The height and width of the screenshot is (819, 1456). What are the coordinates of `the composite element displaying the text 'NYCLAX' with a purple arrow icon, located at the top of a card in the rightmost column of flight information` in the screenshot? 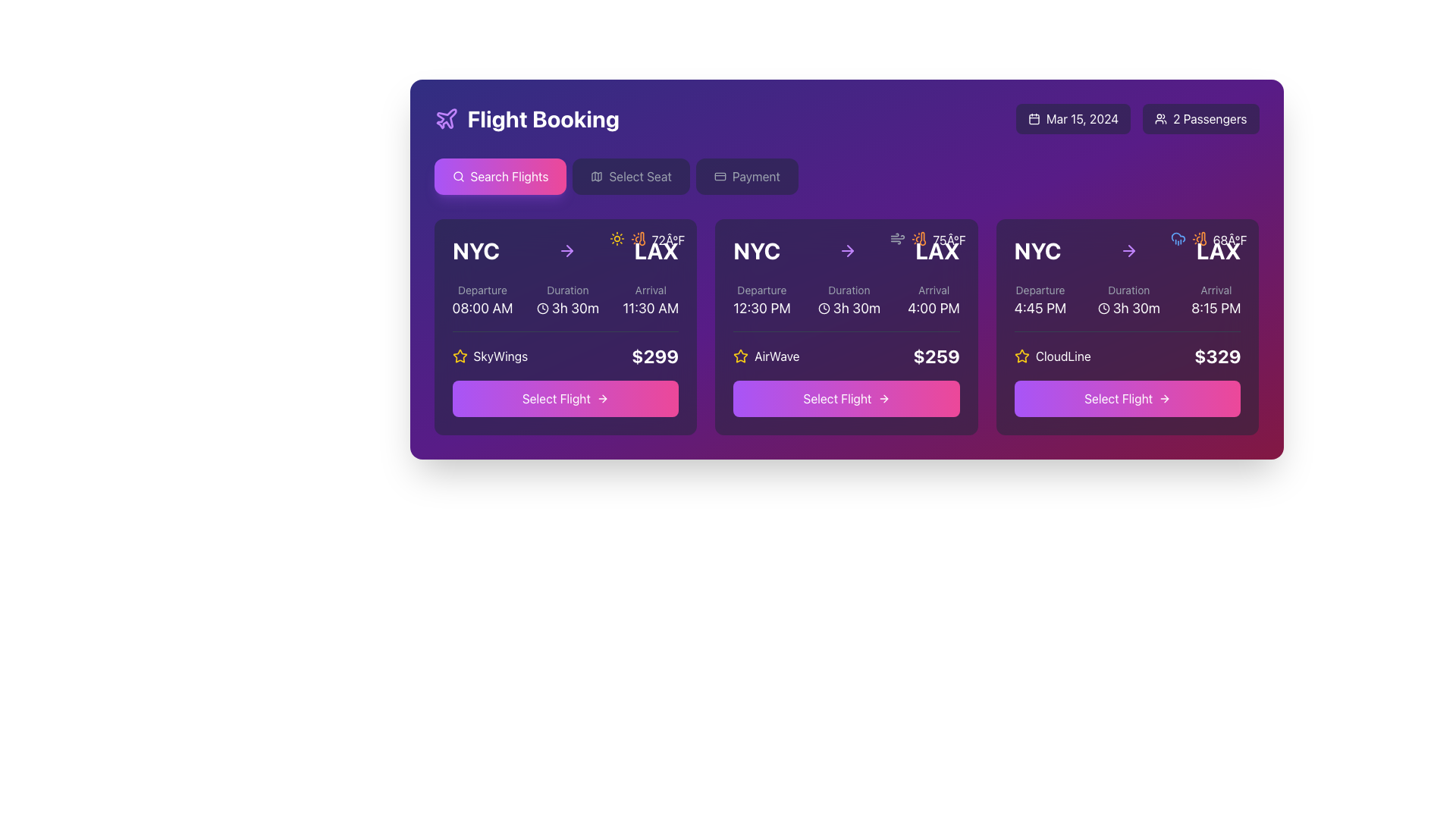 It's located at (1128, 250).